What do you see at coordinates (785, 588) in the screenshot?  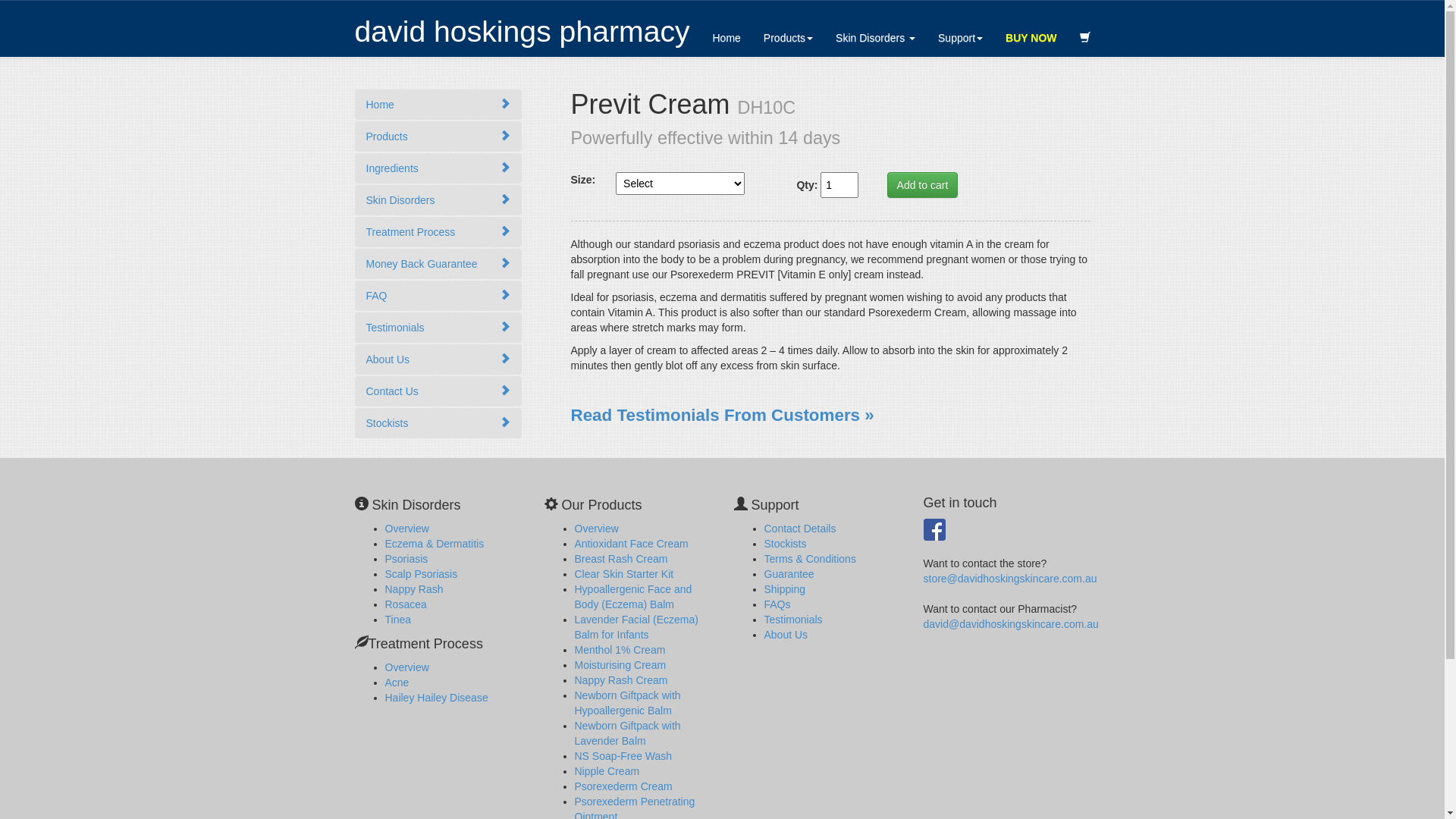 I see `'Shipping'` at bounding box center [785, 588].